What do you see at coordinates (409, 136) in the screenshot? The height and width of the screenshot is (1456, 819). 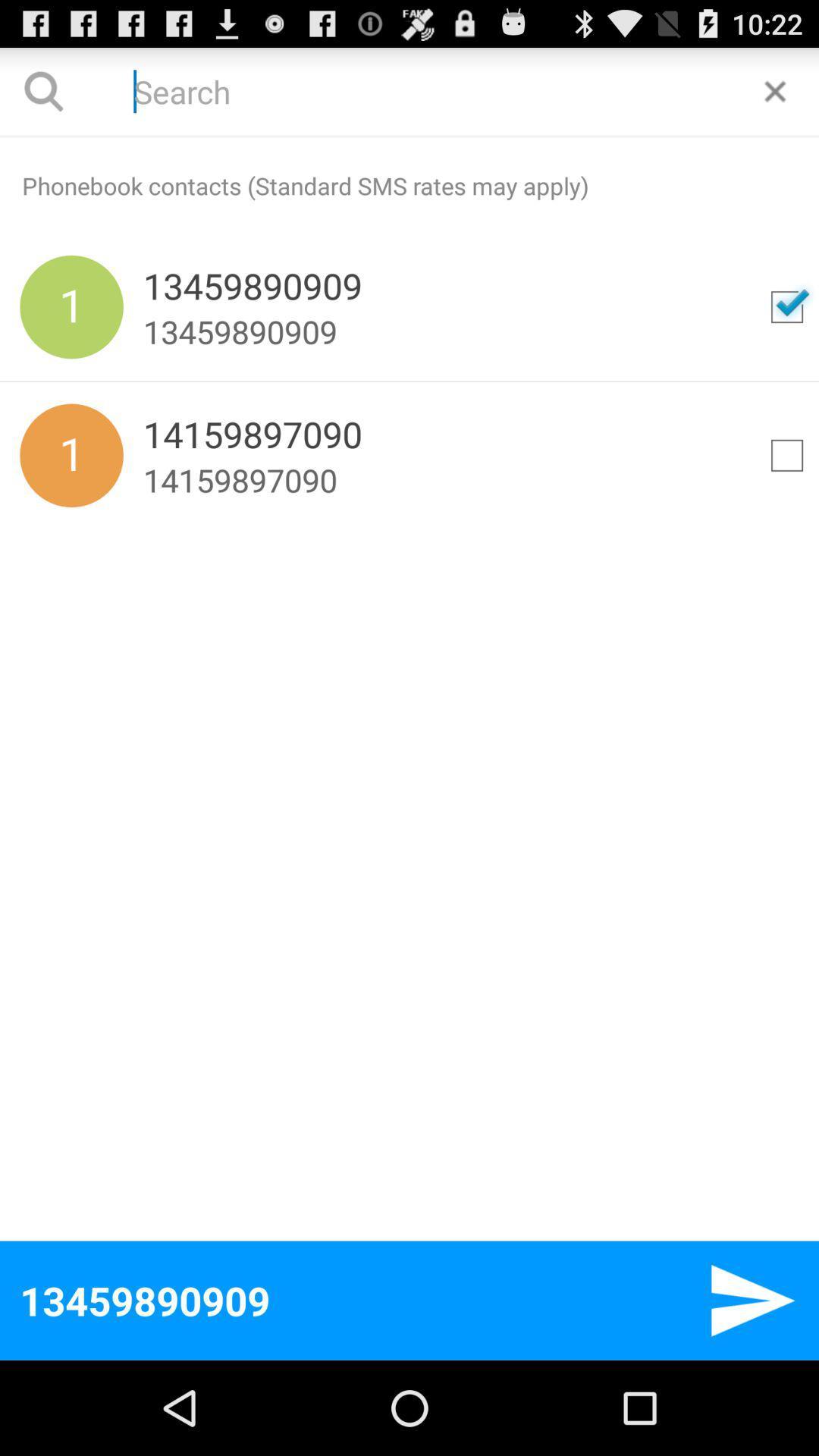 I see `icon above phonebook contacts standard` at bounding box center [409, 136].